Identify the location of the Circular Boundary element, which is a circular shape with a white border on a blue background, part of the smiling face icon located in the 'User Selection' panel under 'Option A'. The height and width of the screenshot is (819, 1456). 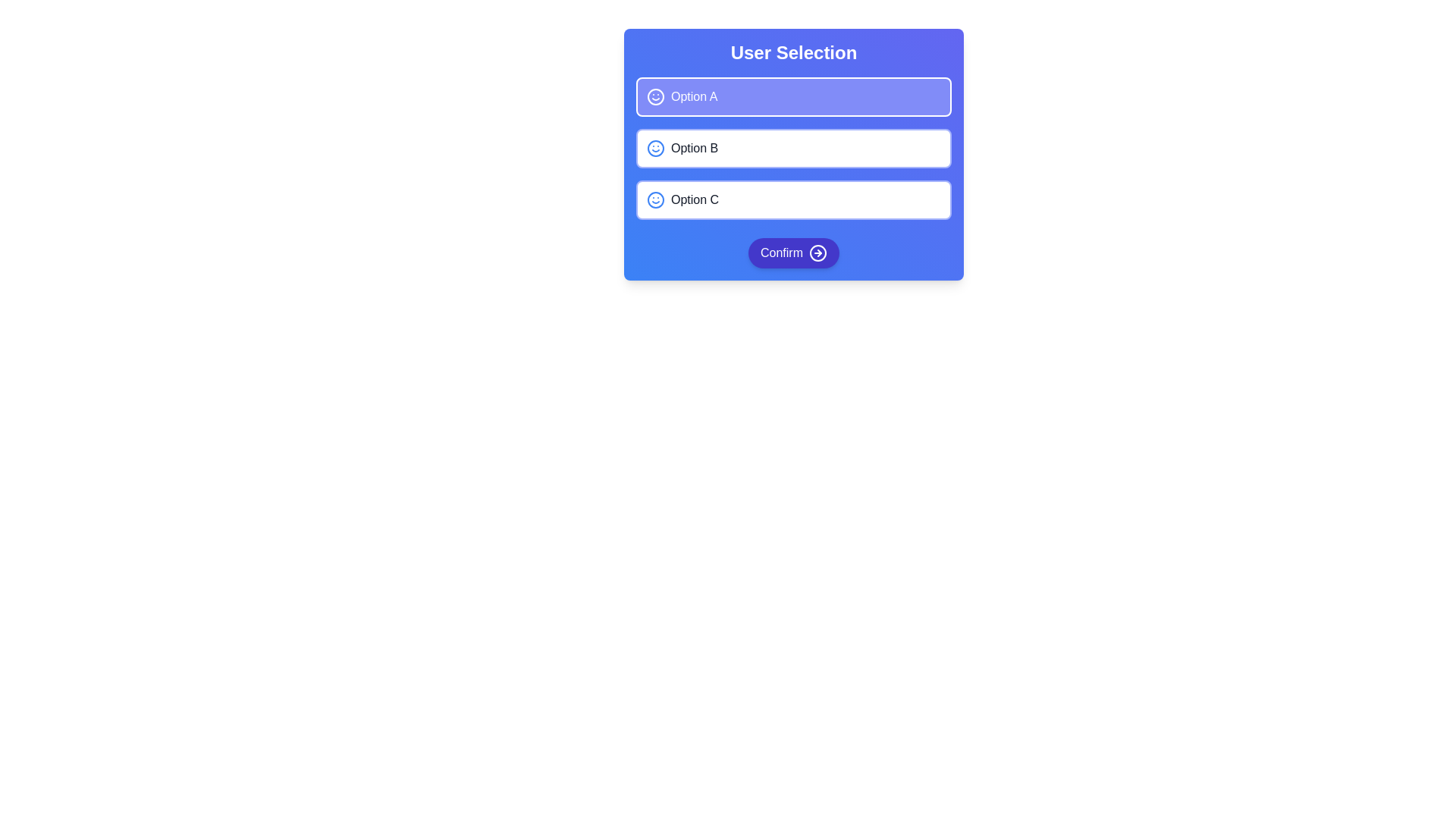
(655, 96).